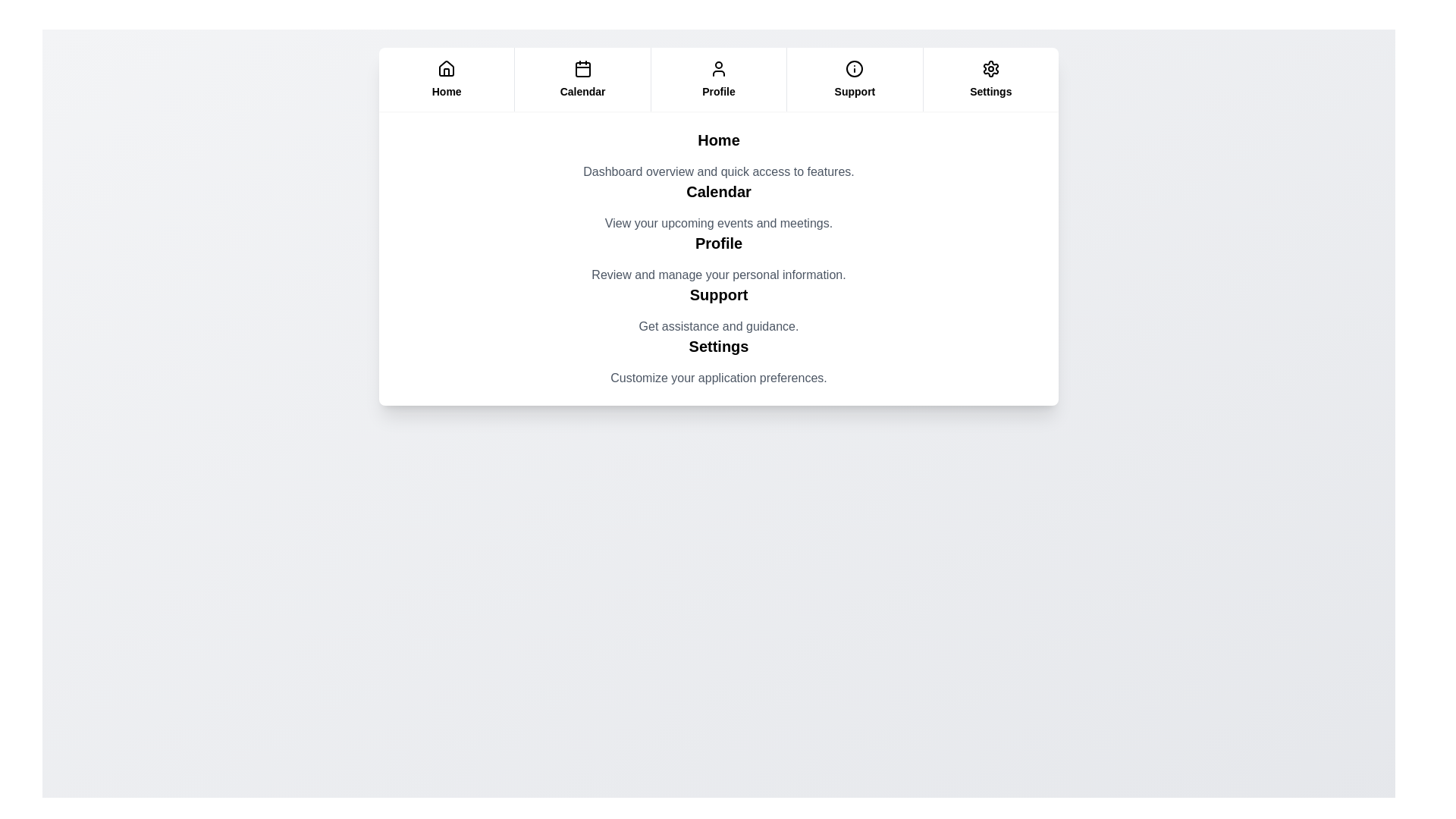 The height and width of the screenshot is (819, 1456). What do you see at coordinates (718, 91) in the screenshot?
I see `the 'Profile' text label, which is displayed in bold black font on a white background, located within the third tab of the navigation bar, directly below the user icon` at bounding box center [718, 91].